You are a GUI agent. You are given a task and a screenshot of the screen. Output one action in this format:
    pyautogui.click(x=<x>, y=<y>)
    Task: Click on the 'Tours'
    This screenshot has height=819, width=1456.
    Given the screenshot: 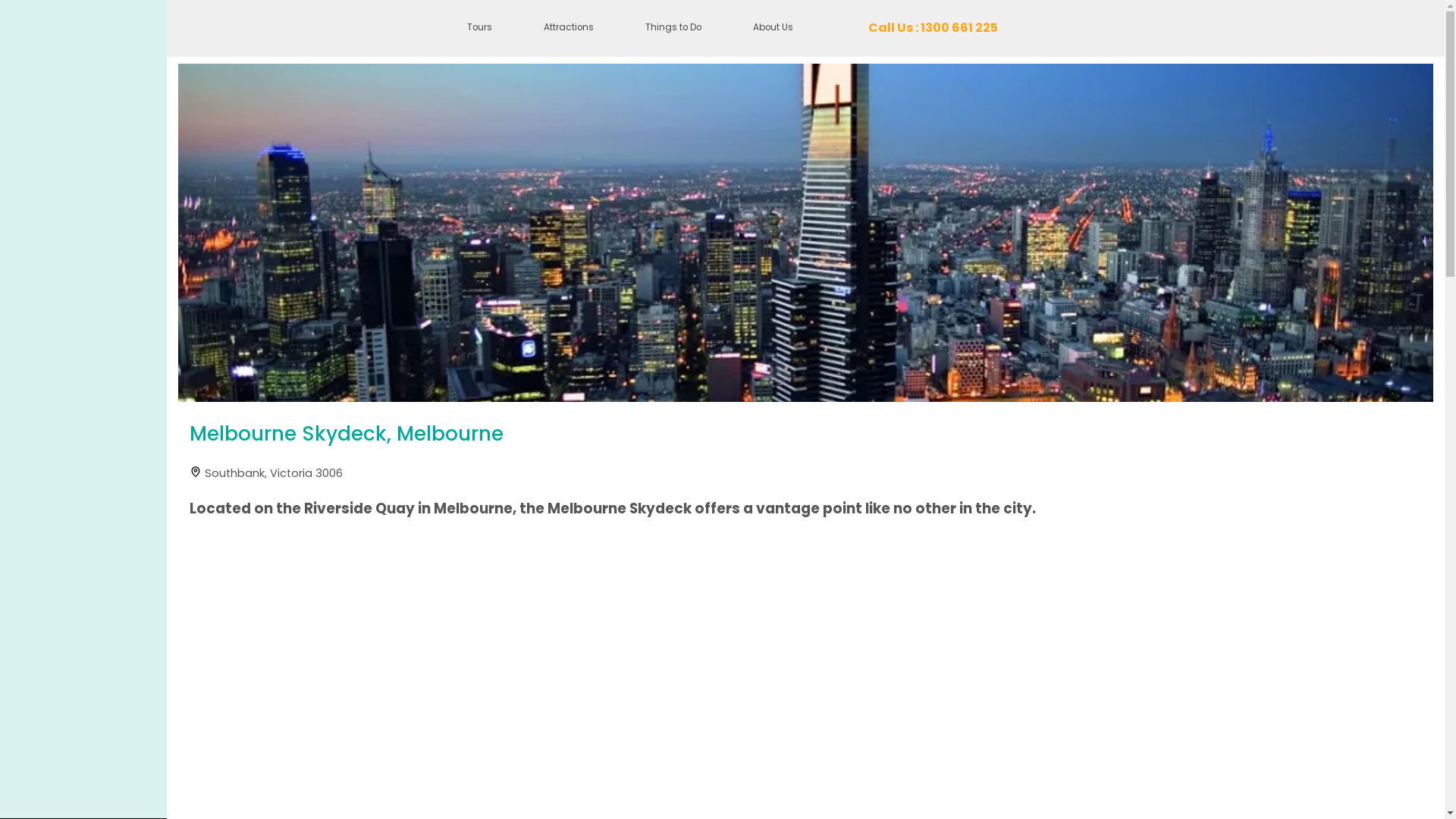 What is the action you would take?
    pyautogui.click(x=479, y=28)
    